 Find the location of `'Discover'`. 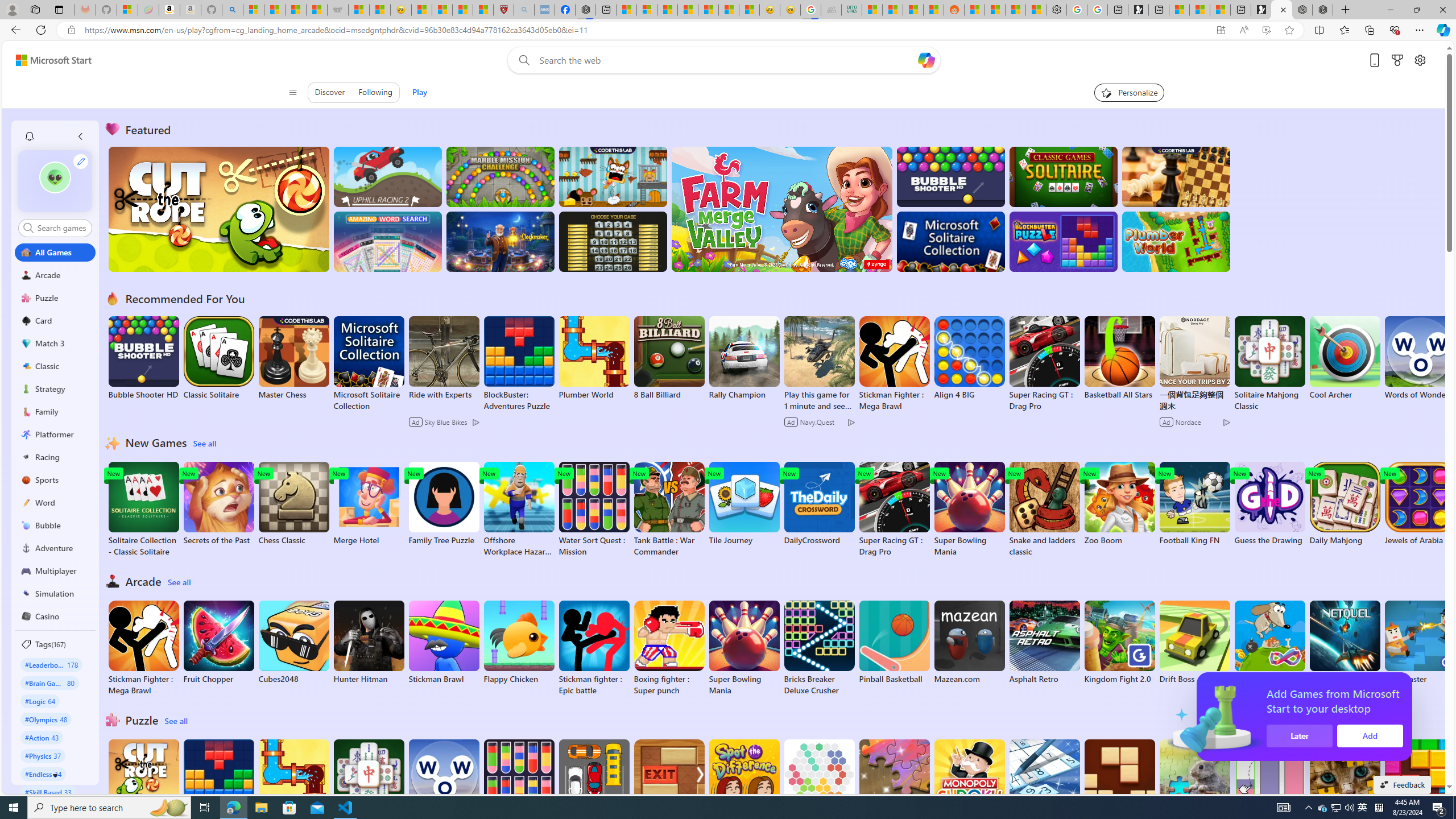

'Discover' is located at coordinates (329, 92).